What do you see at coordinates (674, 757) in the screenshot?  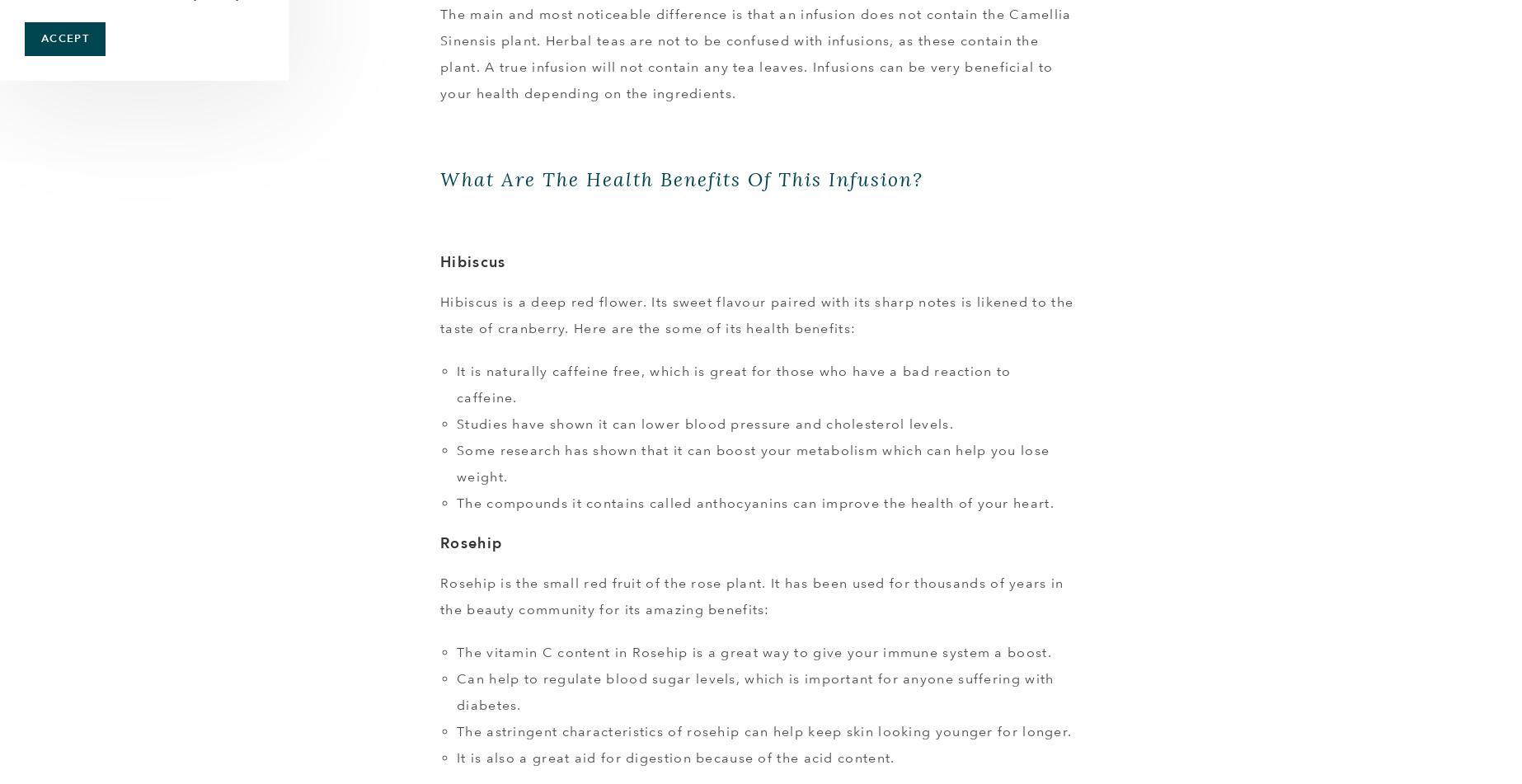 I see `'It is also a great aid for digestion because of the acid content.'` at bounding box center [674, 757].